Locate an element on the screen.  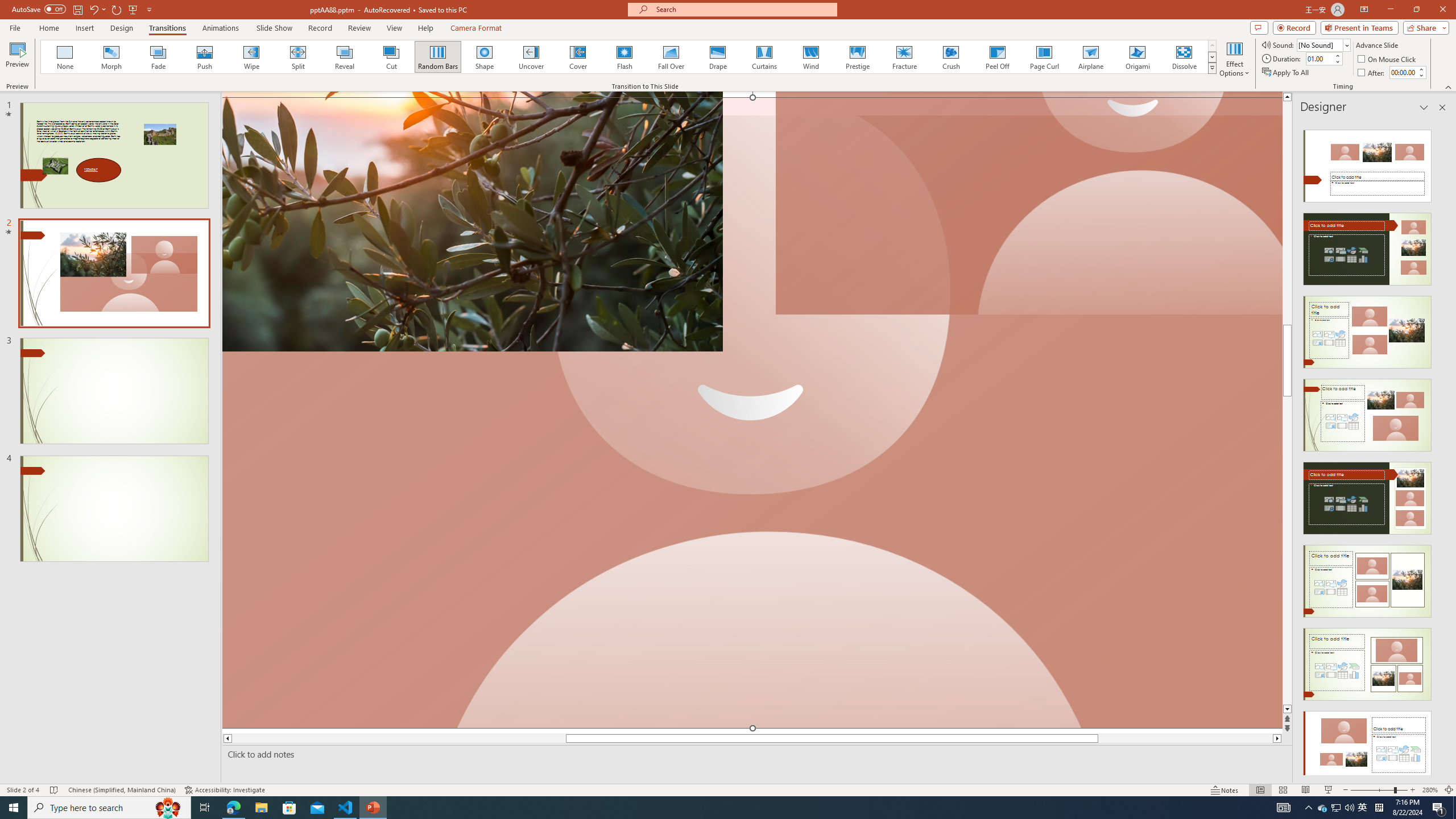
'Effect Options' is located at coordinates (1234, 59).